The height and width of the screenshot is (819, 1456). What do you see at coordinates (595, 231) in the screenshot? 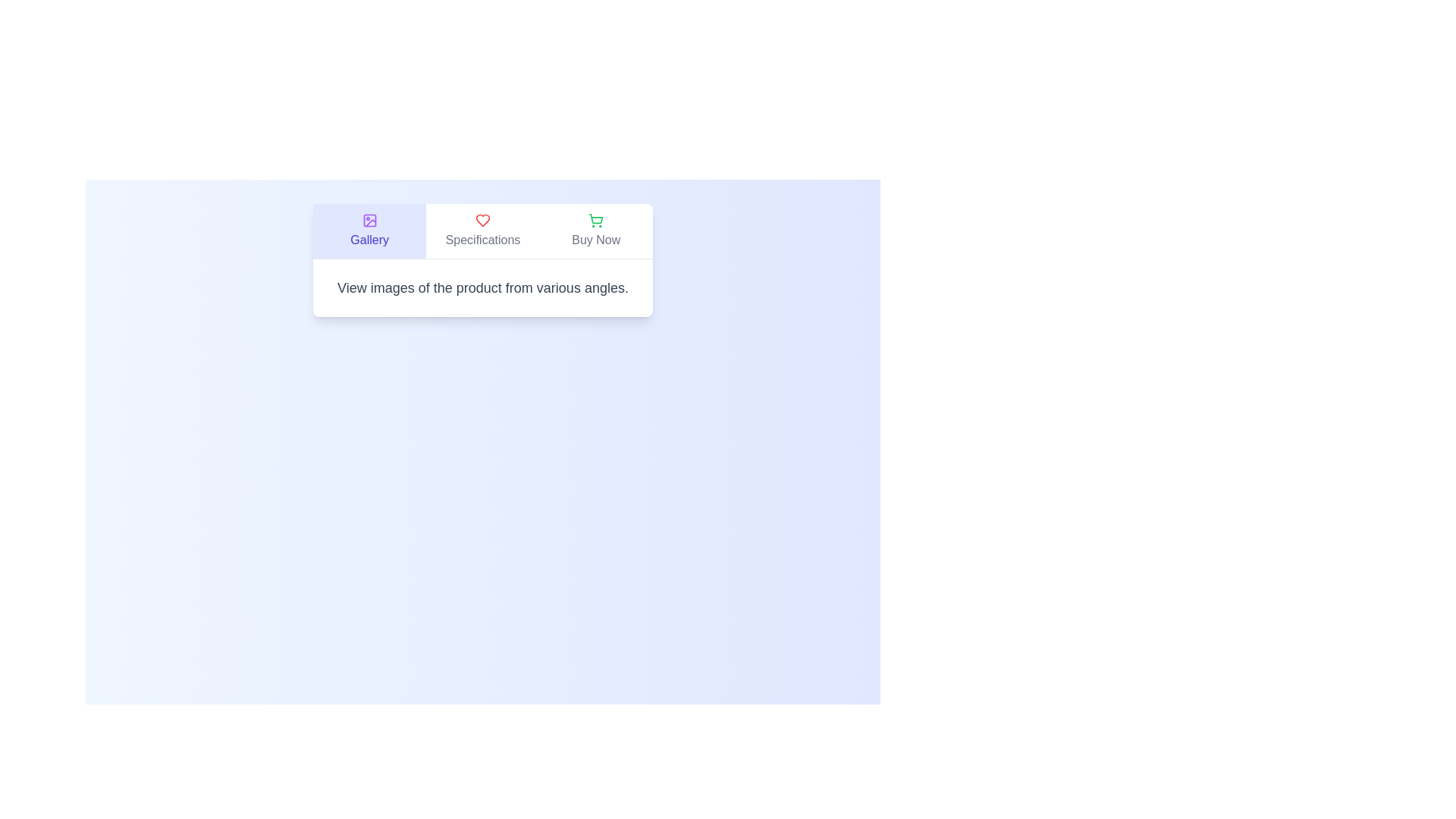
I see `the Buy Now tab to view its content` at bounding box center [595, 231].